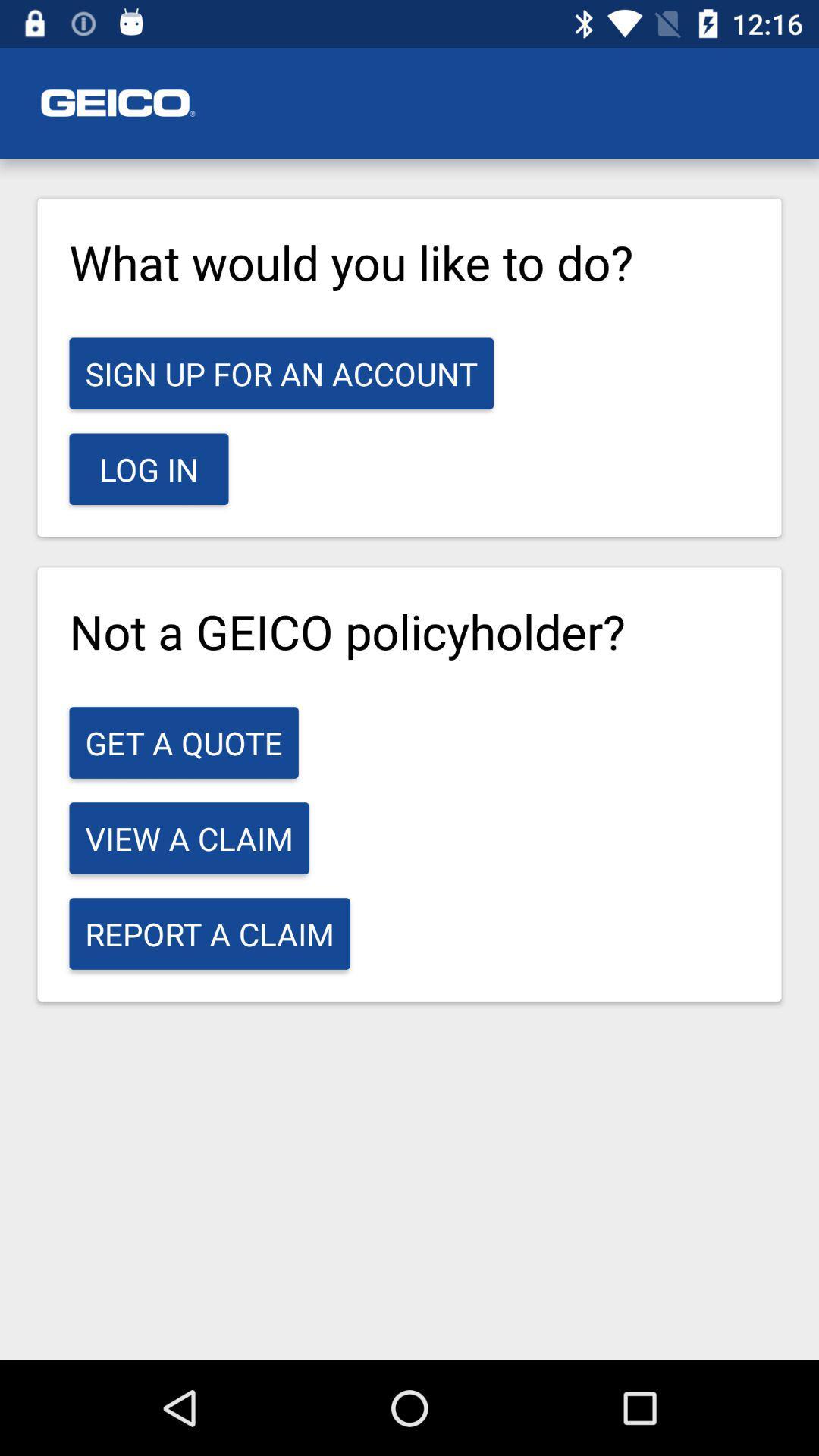 The image size is (819, 1456). Describe the element at coordinates (183, 742) in the screenshot. I see `the get a quote` at that location.